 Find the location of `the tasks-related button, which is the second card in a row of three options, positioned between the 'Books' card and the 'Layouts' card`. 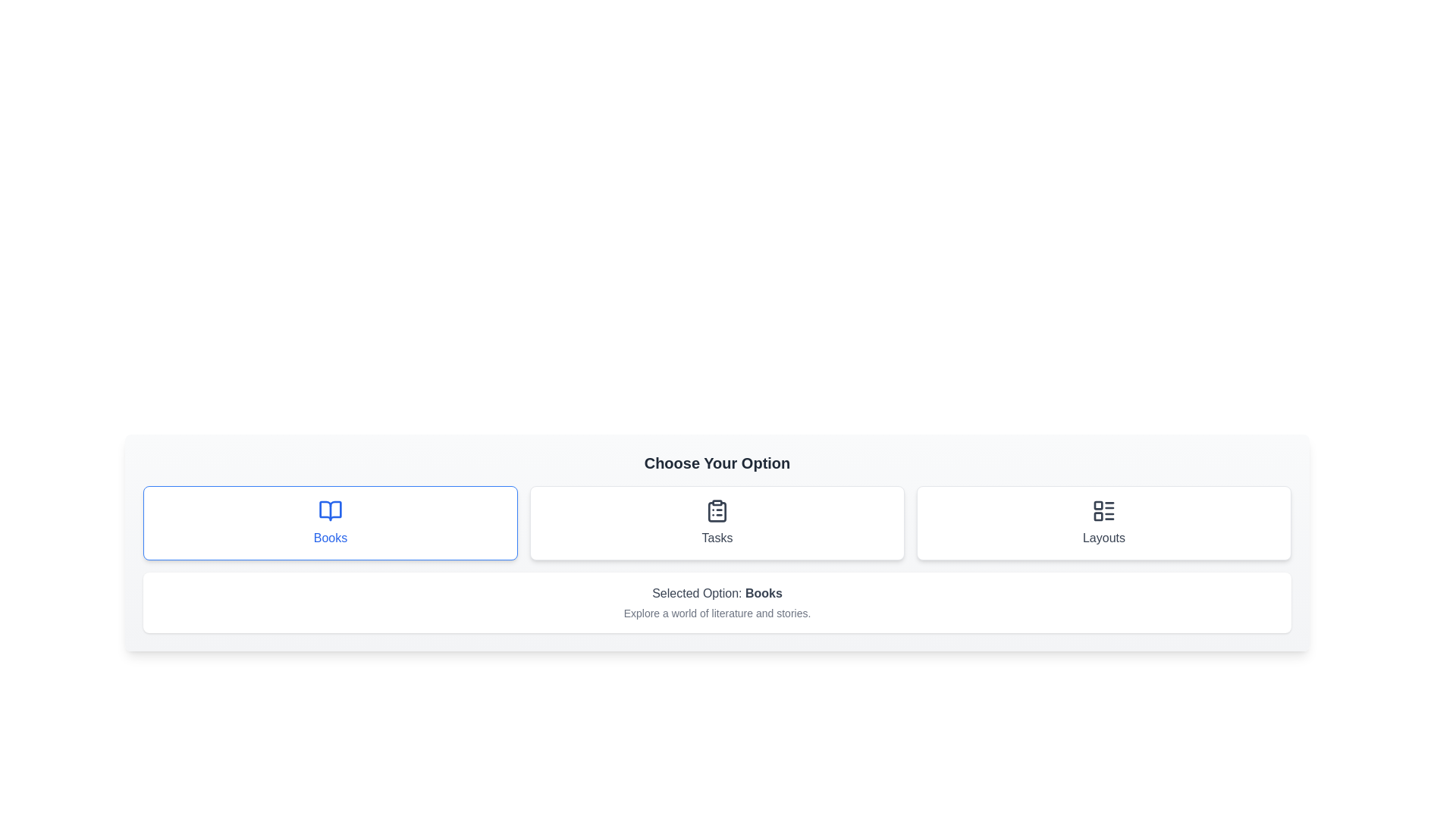

the tasks-related button, which is the second card in a row of three options, positioned between the 'Books' card and the 'Layouts' card is located at coordinates (716, 522).